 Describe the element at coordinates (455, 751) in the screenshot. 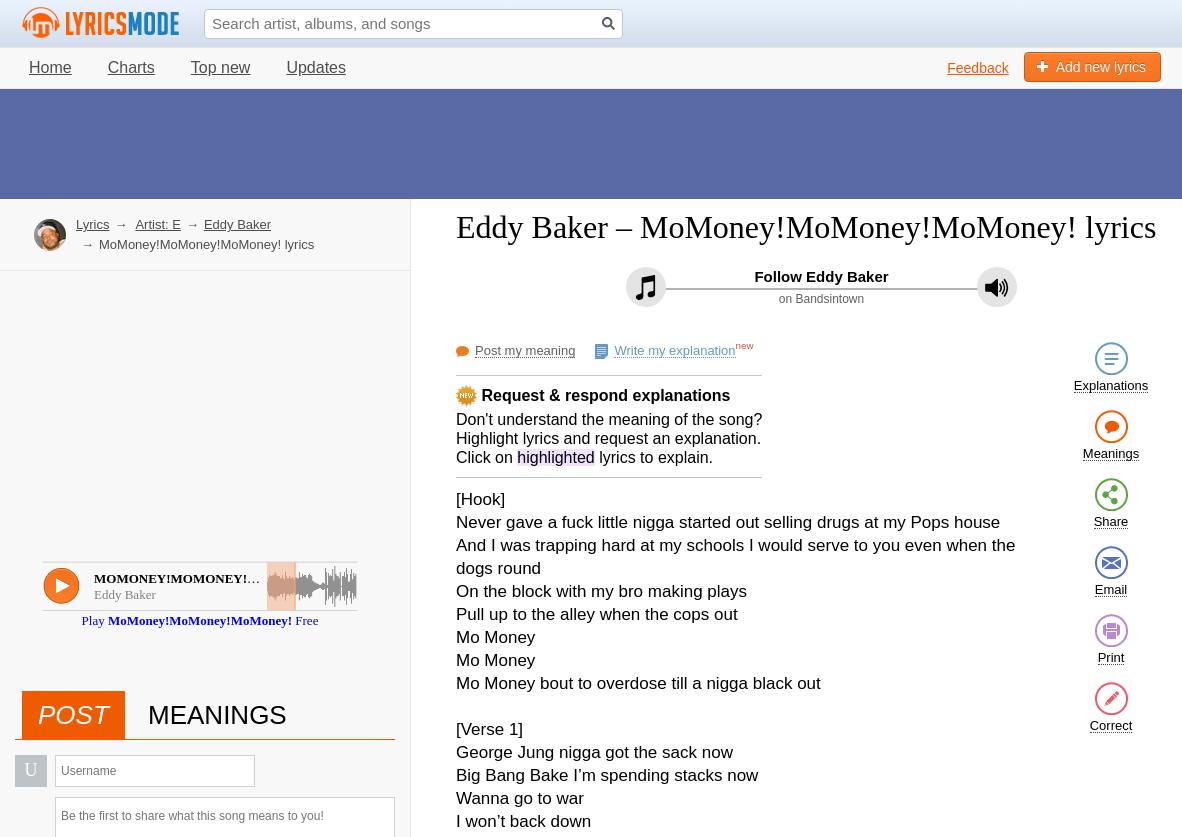

I see `'George Jung nigga got the sack now'` at that location.